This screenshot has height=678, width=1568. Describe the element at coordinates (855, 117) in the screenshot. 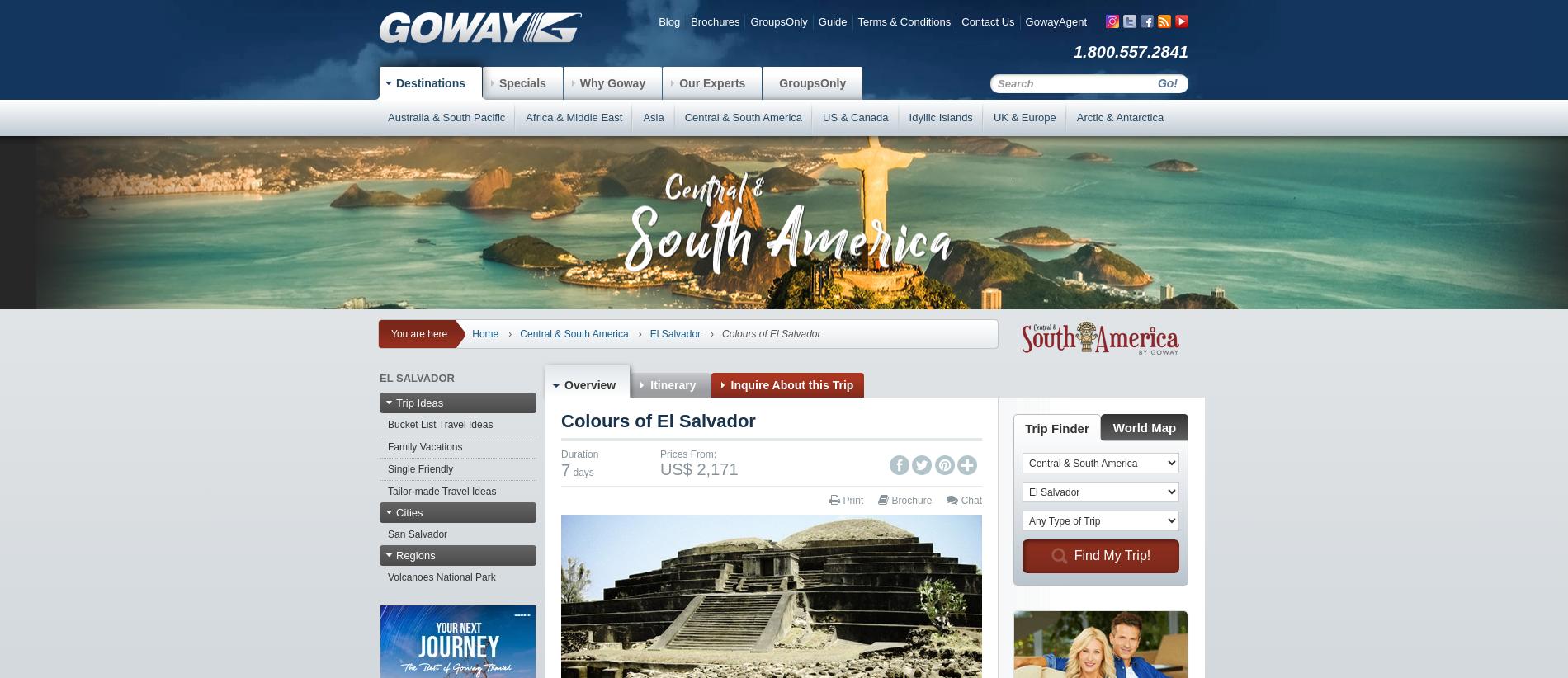

I see `'US & Canada'` at that location.